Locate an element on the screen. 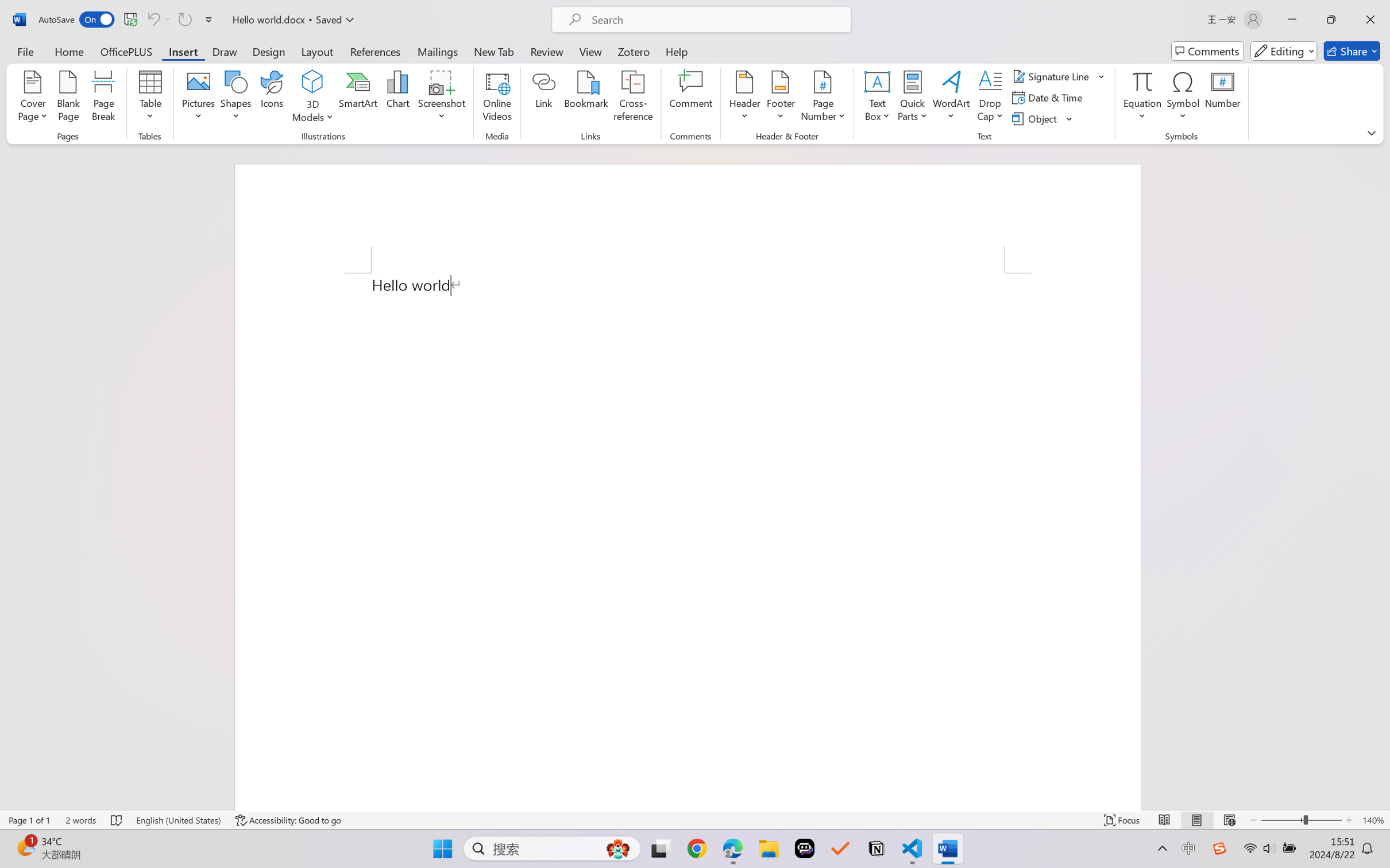 The height and width of the screenshot is (868, 1390). 'Text Box' is located at coordinates (877, 98).